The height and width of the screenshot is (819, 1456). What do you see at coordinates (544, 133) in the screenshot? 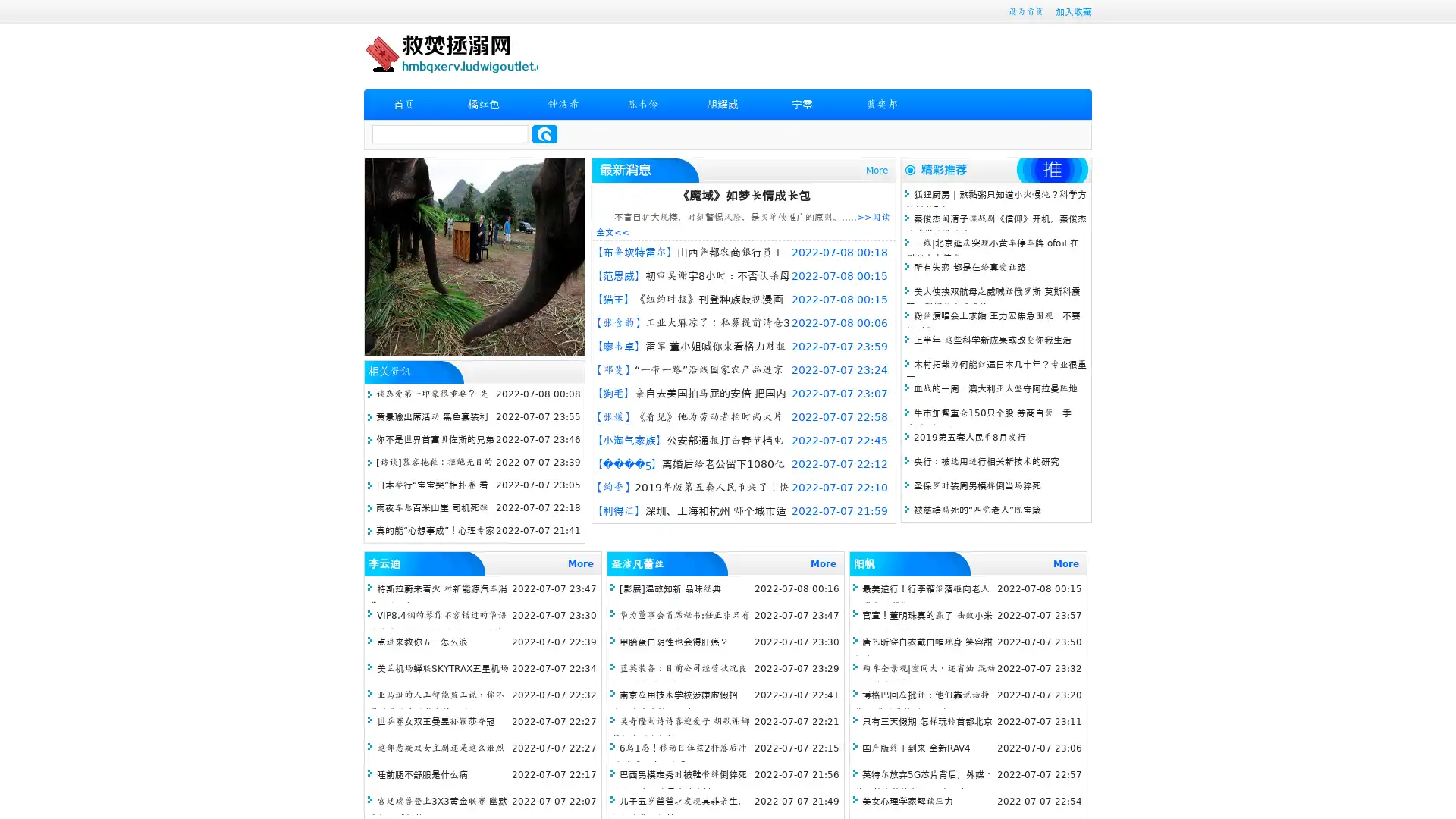
I see `Search` at bounding box center [544, 133].